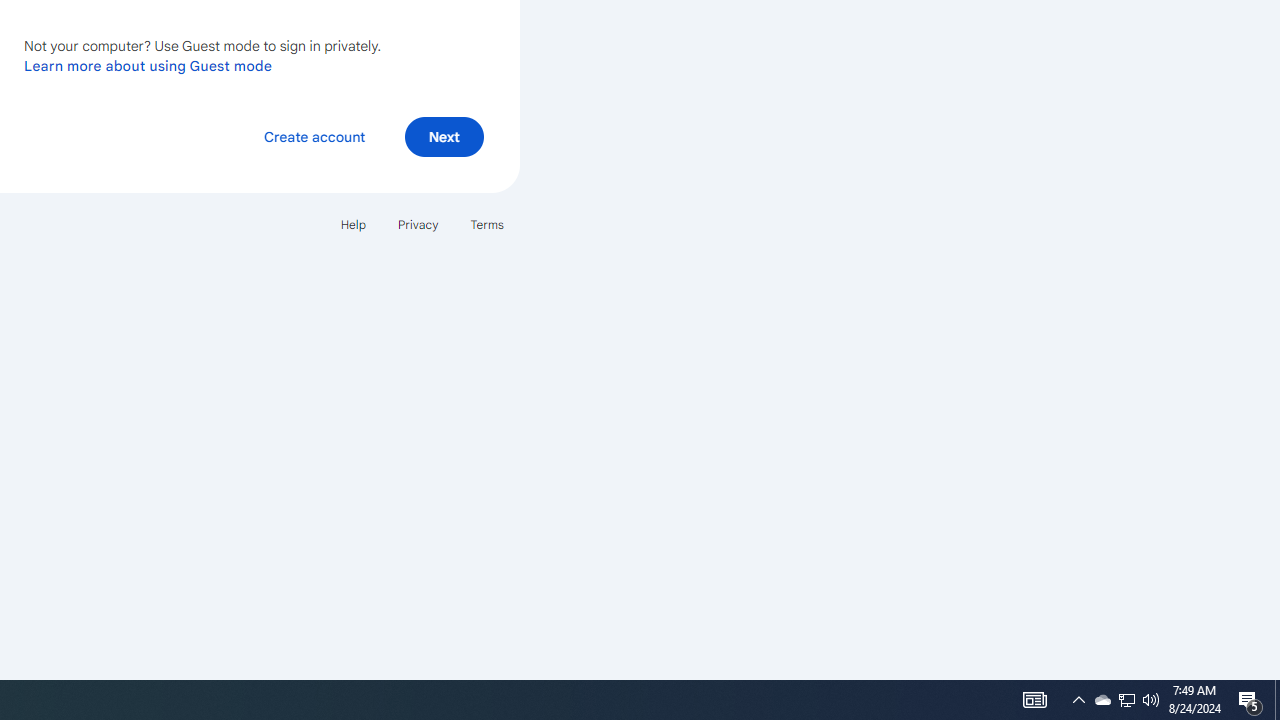 This screenshot has width=1280, height=720. Describe the element at coordinates (487, 224) in the screenshot. I see `'Terms'` at that location.